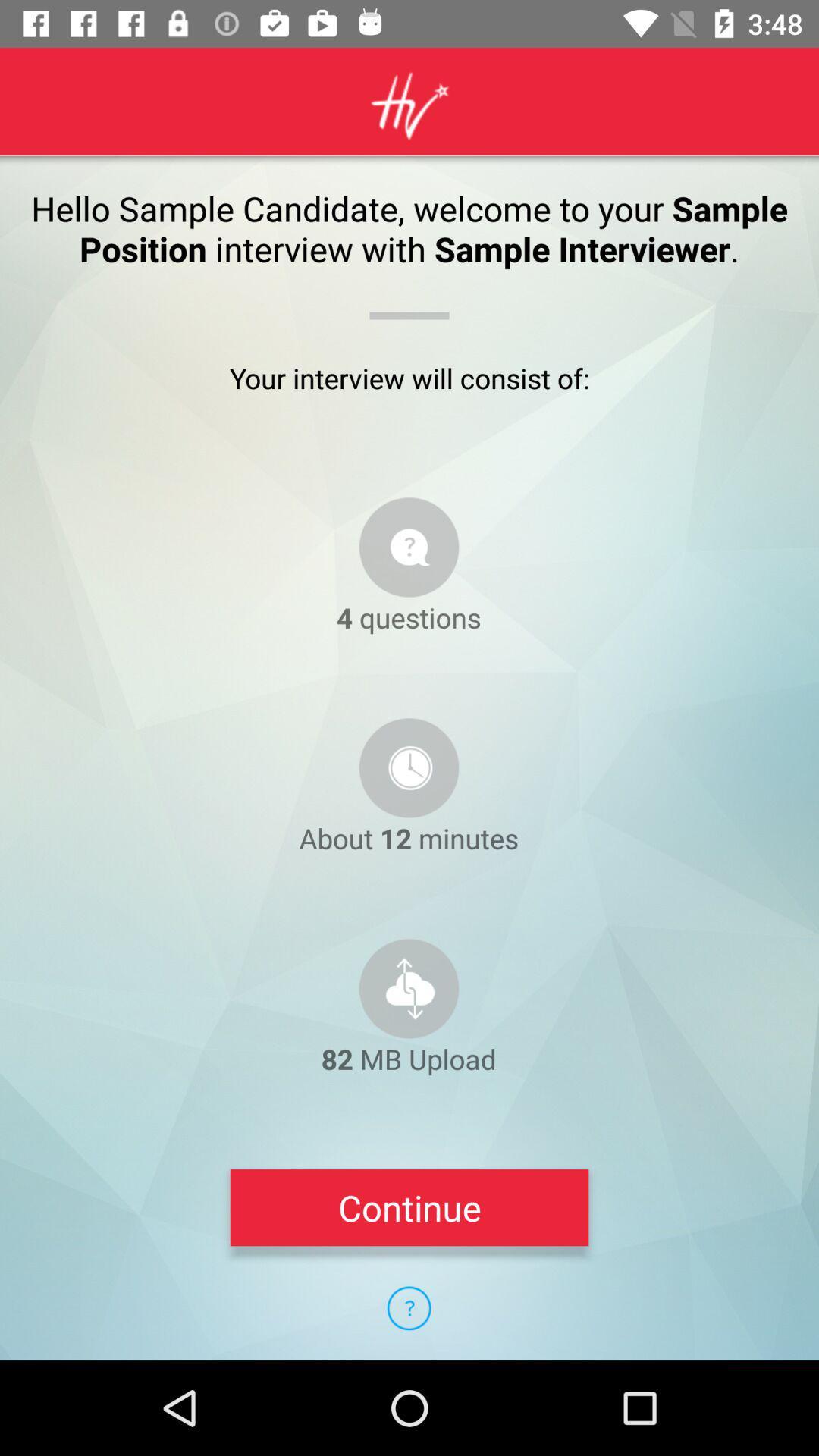  Describe the element at coordinates (409, 1207) in the screenshot. I see `continue` at that location.